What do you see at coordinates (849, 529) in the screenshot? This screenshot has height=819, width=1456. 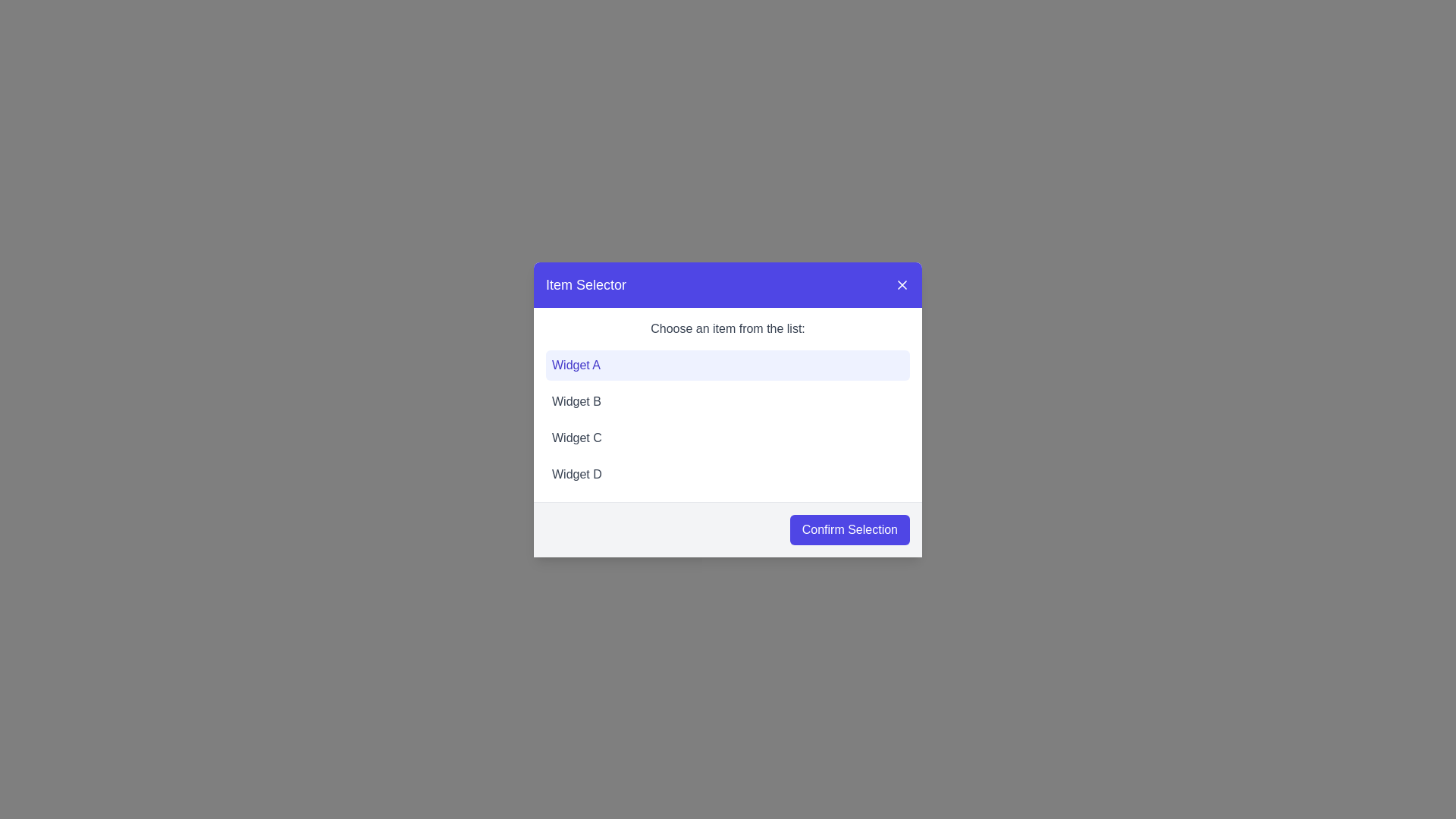 I see `the 'Confirm Selection' button with rounded corners and an indigo background` at bounding box center [849, 529].